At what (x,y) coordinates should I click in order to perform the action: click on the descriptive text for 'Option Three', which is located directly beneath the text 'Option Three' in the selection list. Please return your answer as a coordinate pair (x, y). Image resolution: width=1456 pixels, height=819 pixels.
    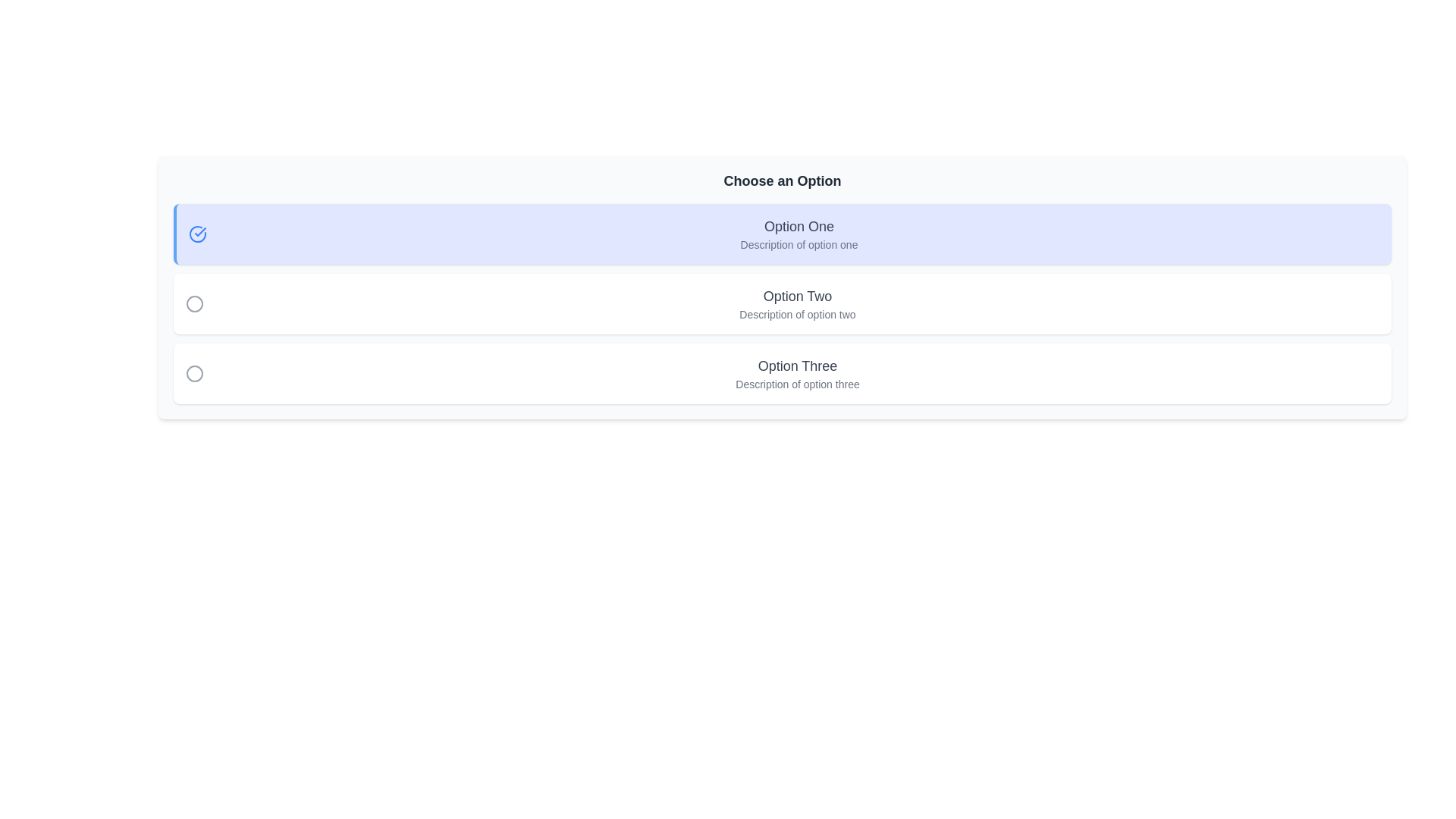
    Looking at the image, I should click on (796, 383).